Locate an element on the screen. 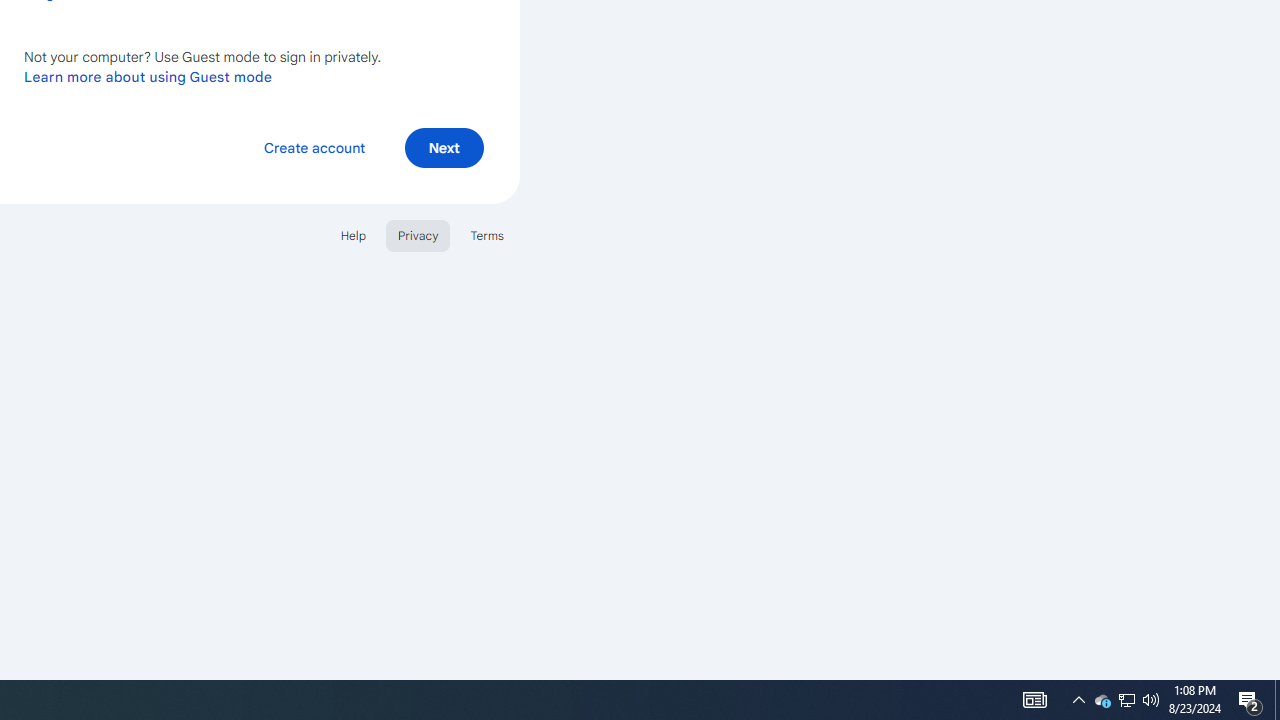 This screenshot has height=720, width=1280. 'Learn more about using Guest mode' is located at coordinates (147, 75).